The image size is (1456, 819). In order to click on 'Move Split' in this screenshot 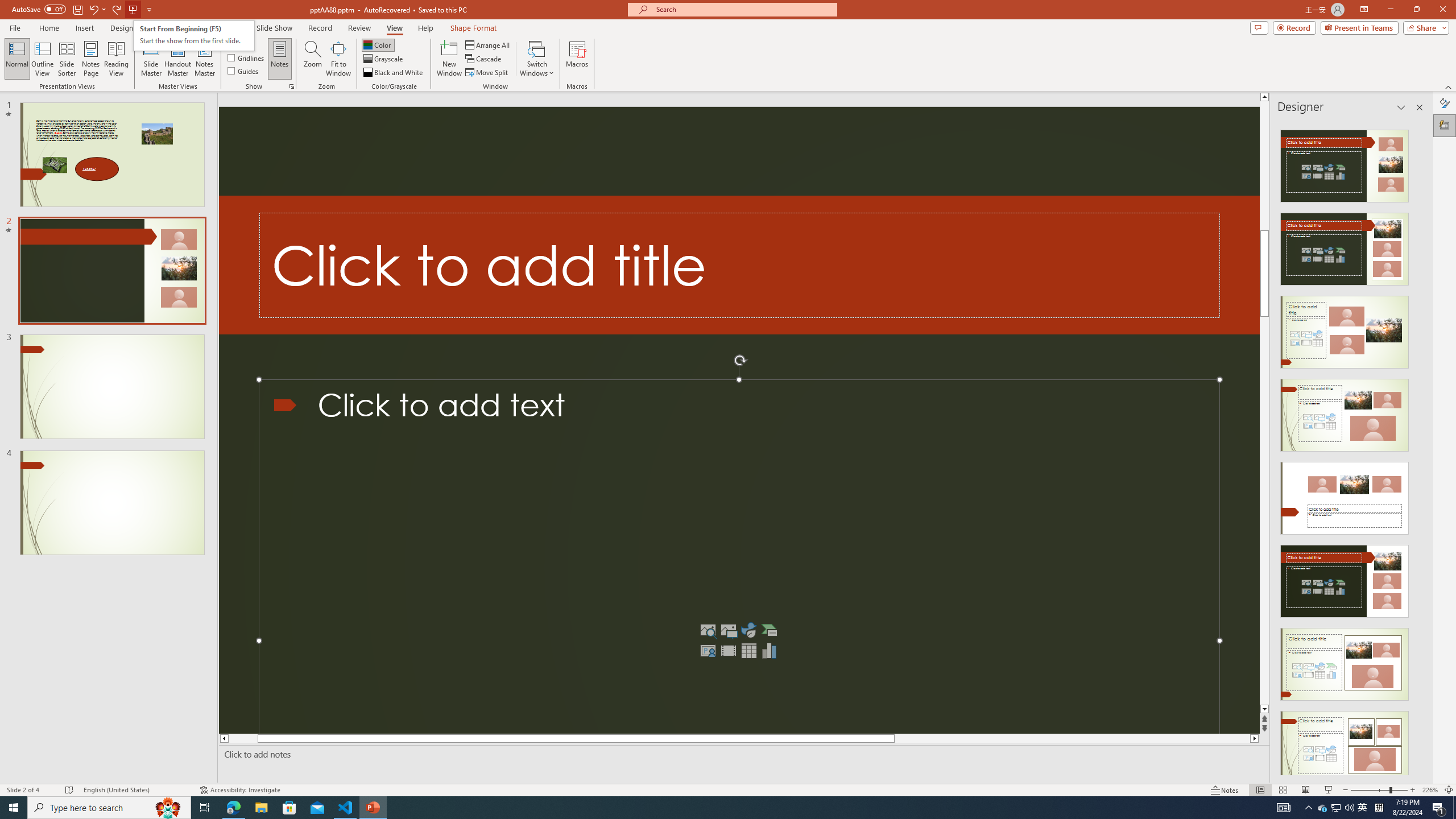, I will do `click(487, 72)`.